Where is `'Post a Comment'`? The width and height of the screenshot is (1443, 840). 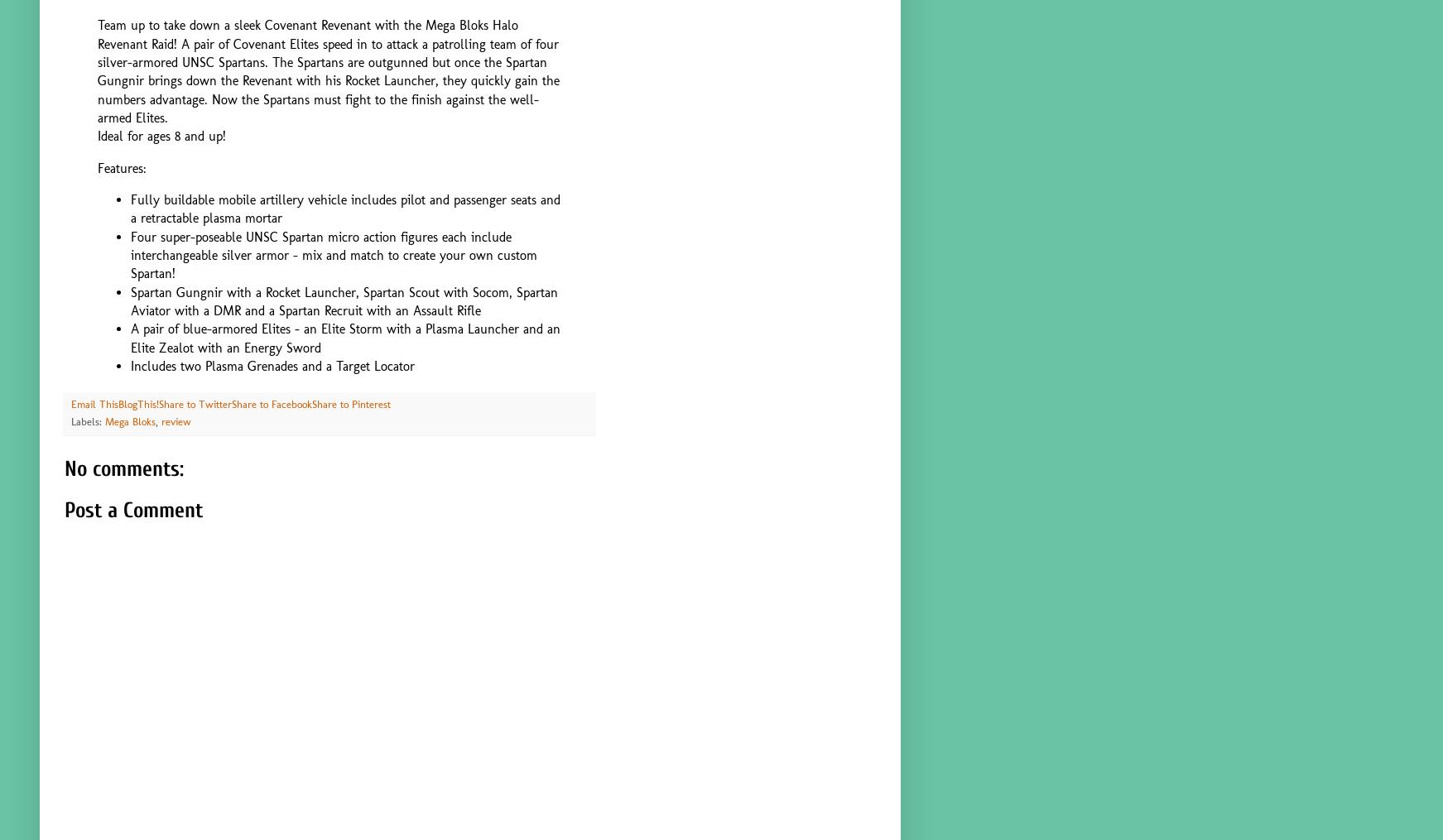
'Post a Comment' is located at coordinates (133, 509).